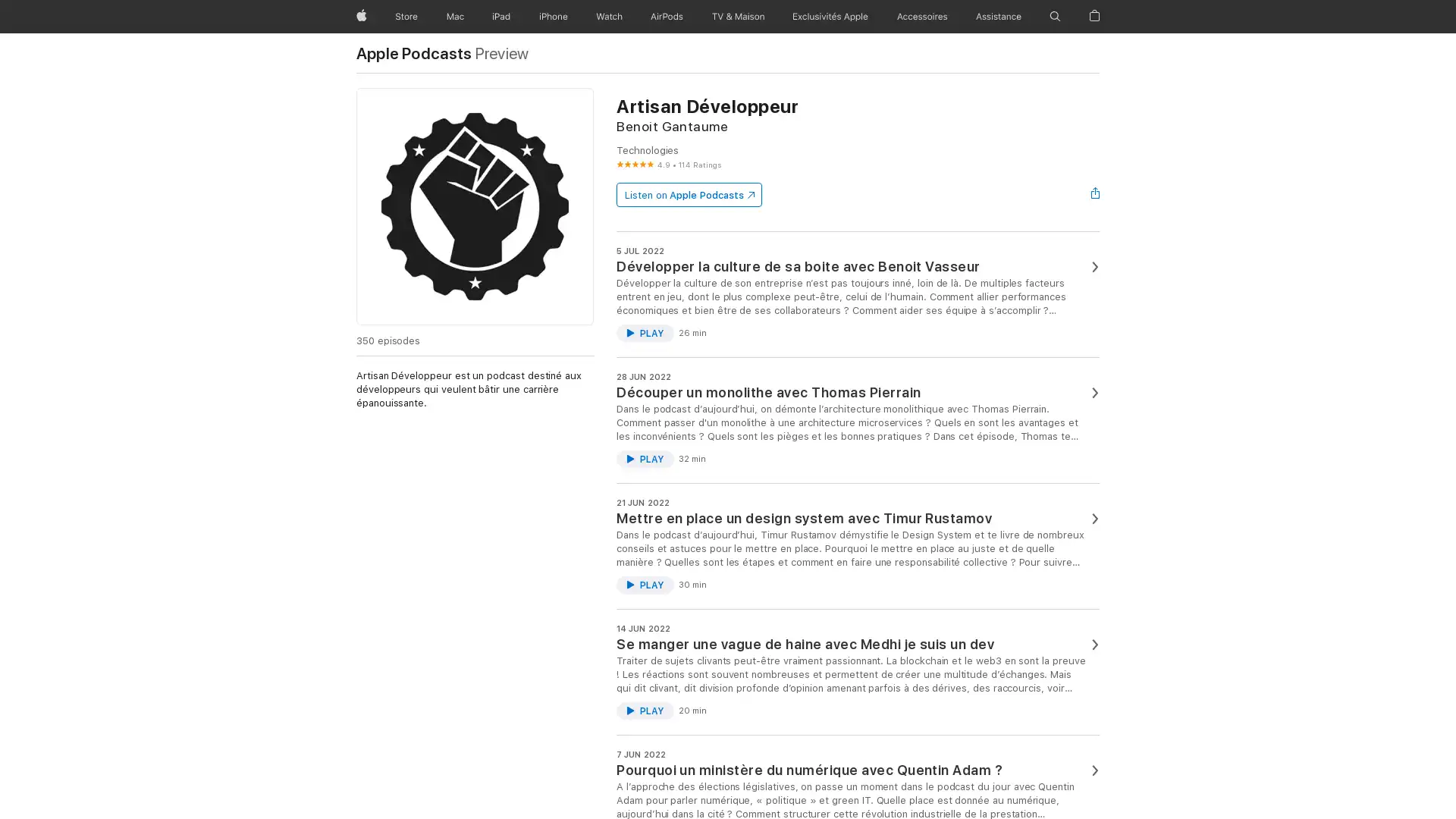 Image resolution: width=1456 pixels, height=819 pixels. What do you see at coordinates (645, 584) in the screenshot?
I see `Play Mettre en place un design system avec Timur Rustamov by @@podcastArtist@@` at bounding box center [645, 584].